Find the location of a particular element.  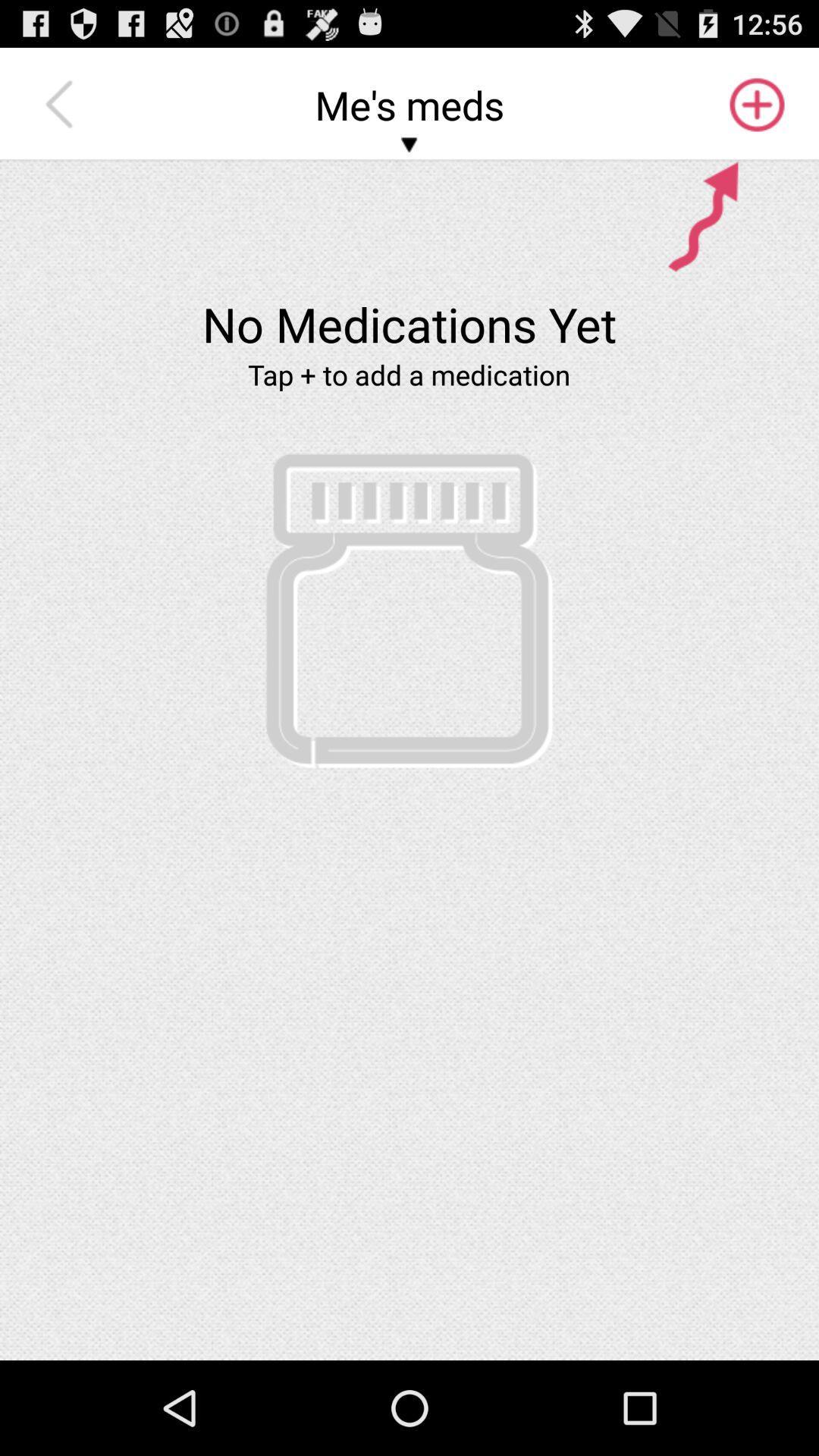

the icon next to me's meds is located at coordinates (62, 104).